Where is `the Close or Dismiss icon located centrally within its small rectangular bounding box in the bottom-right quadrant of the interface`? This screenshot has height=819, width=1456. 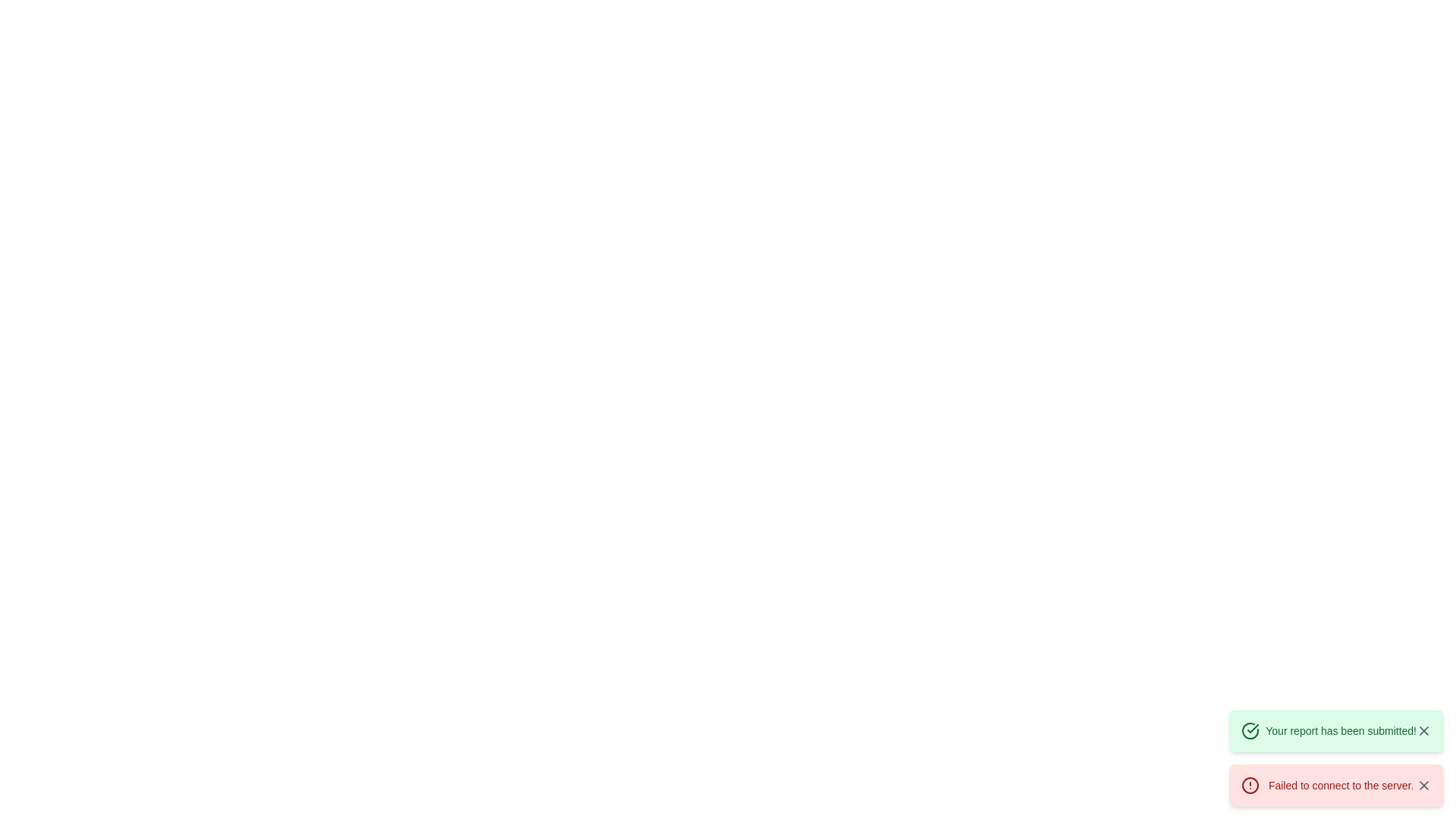
the Close or Dismiss icon located centrally within its small rectangular bounding box in the bottom-right quadrant of the interface is located at coordinates (1423, 730).